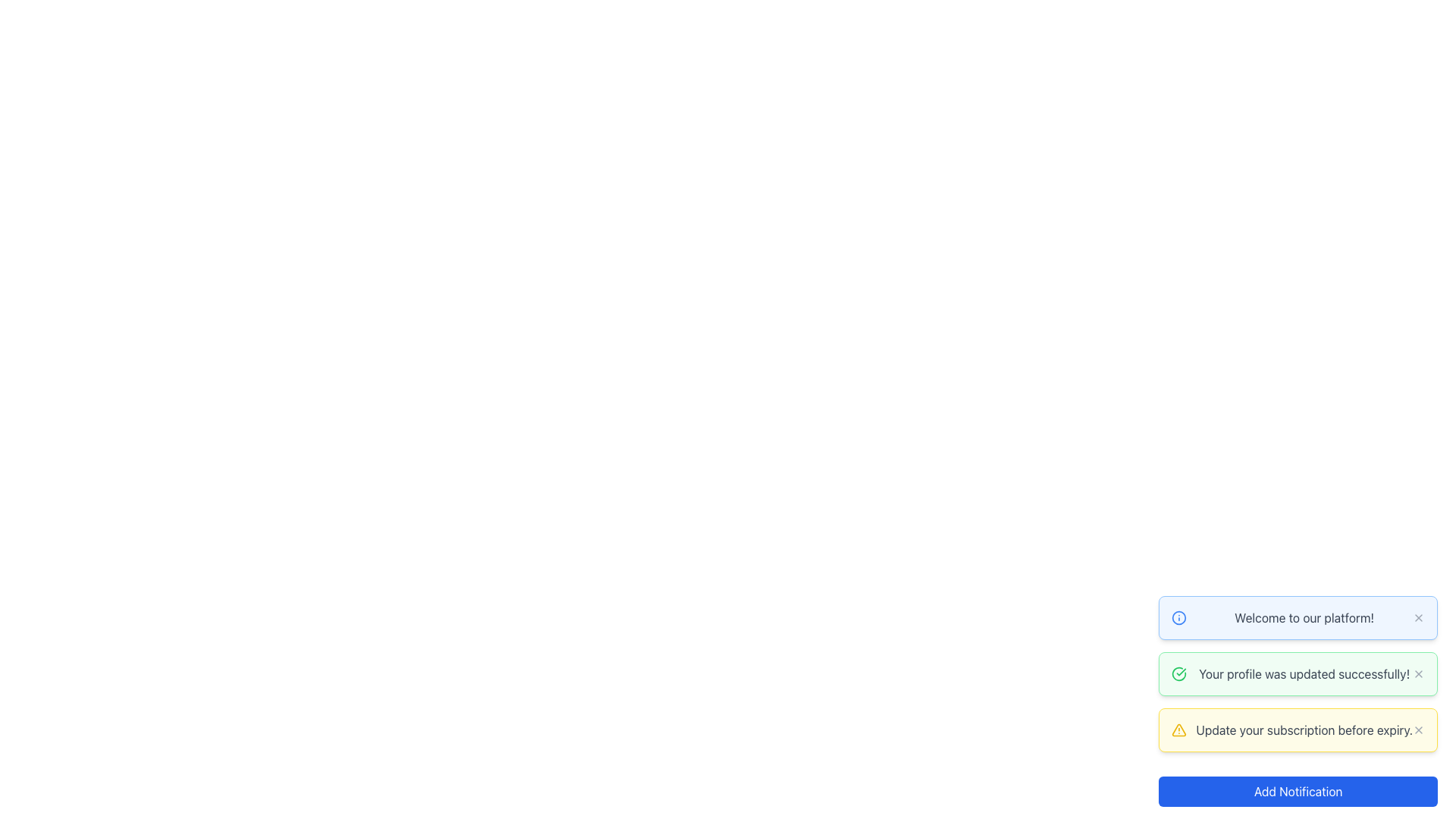 Image resolution: width=1456 pixels, height=819 pixels. I want to click on the warning icon within the yellow-highlighted notification box that emphasizes the importance of the message regarding subscription expiry, so click(1178, 730).